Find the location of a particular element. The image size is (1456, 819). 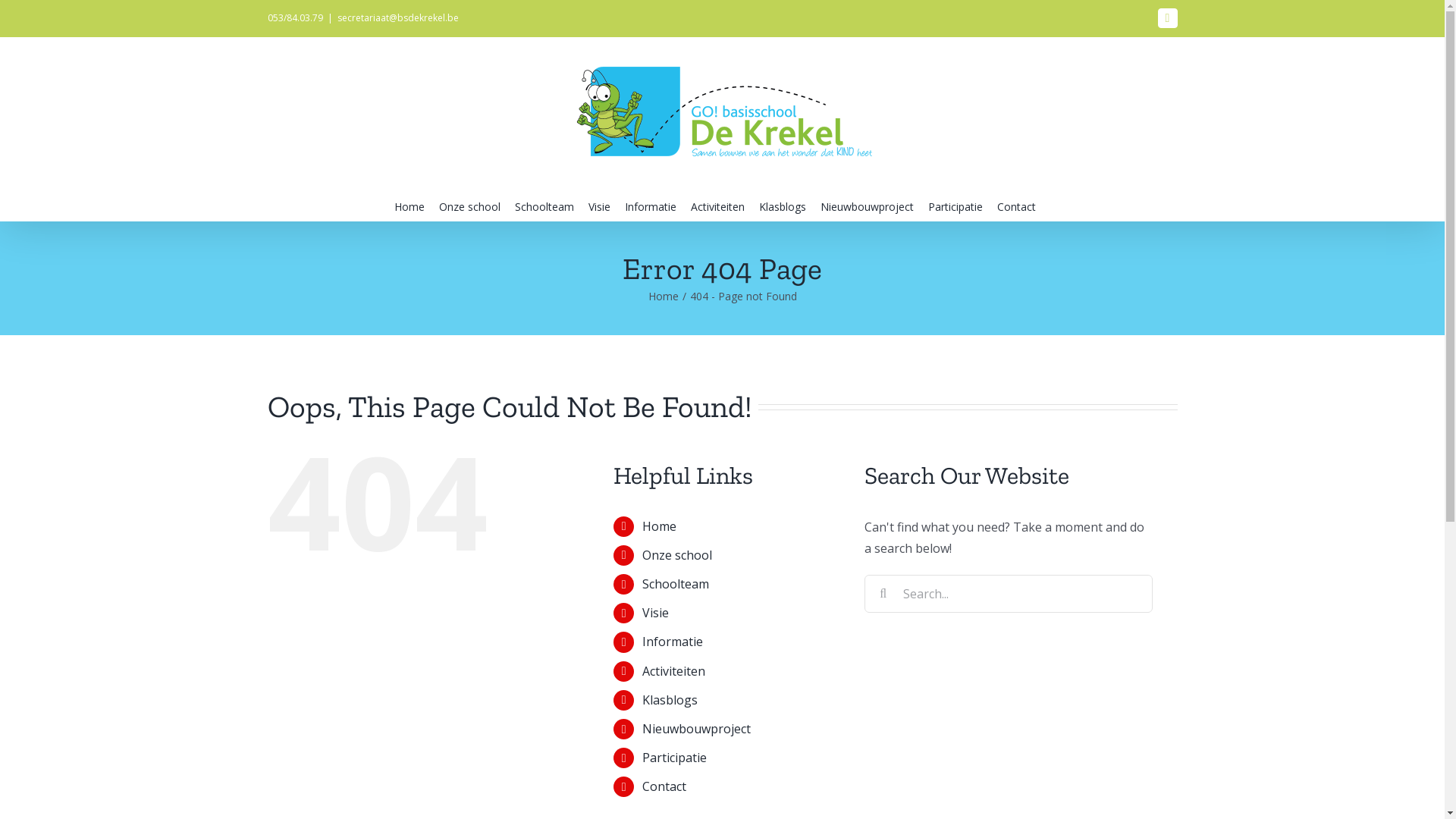

'Onze school' is located at coordinates (469, 205).